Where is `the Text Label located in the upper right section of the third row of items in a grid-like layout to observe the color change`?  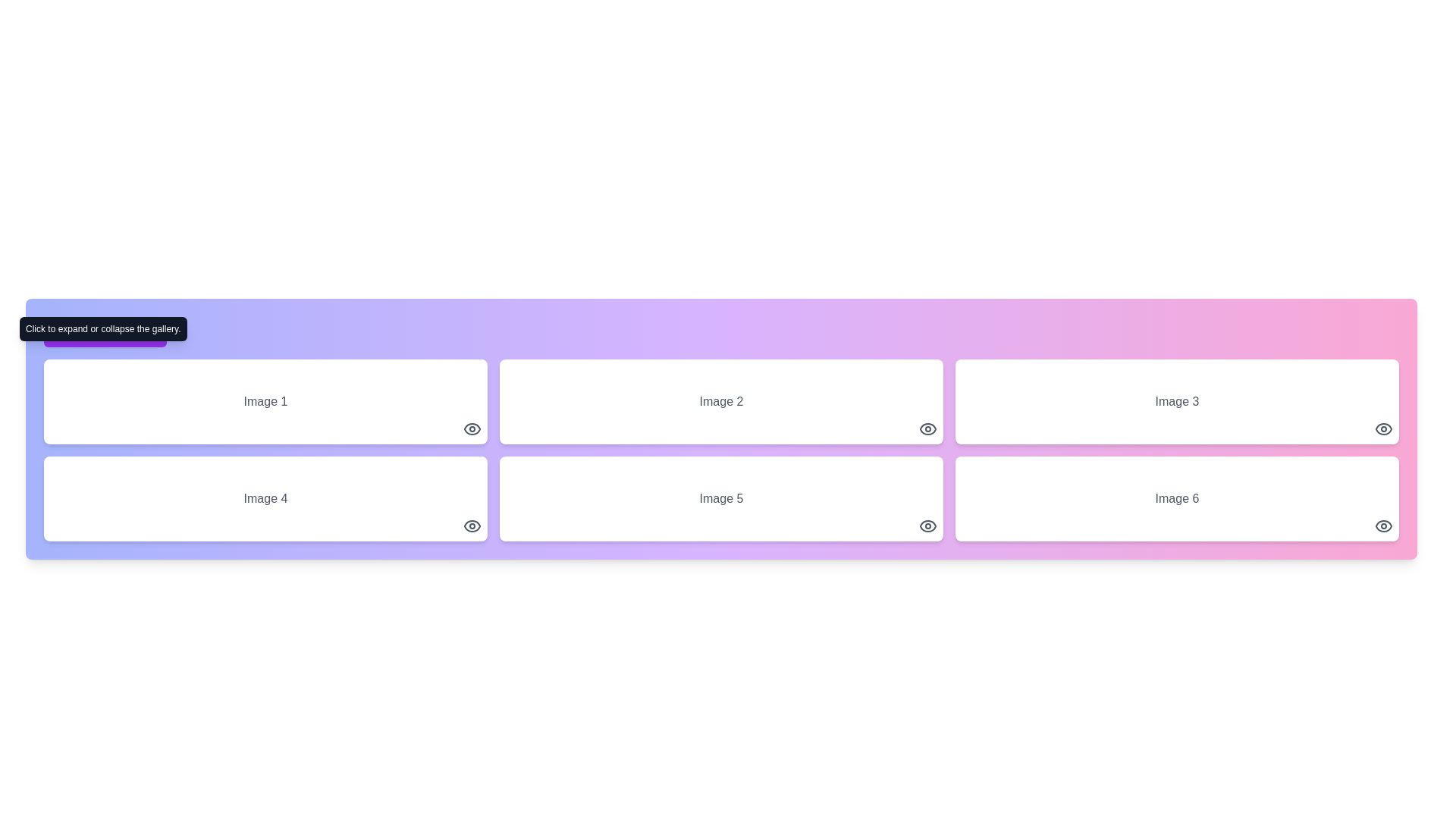
the Text Label located in the upper right section of the third row of items in a grid-like layout to observe the color change is located at coordinates (1176, 400).